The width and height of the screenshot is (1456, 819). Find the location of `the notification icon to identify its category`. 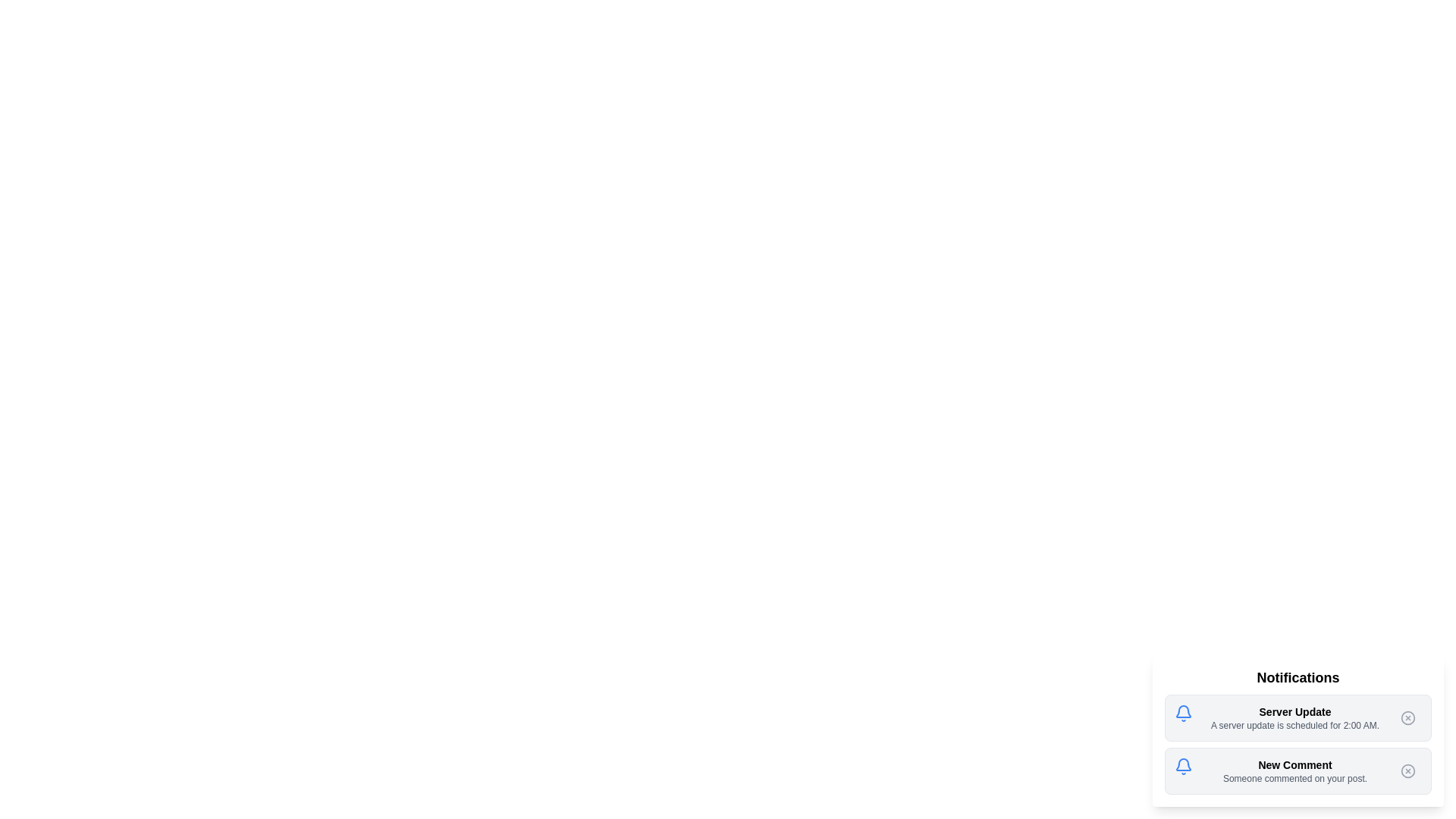

the notification icon to identify its category is located at coordinates (1182, 714).